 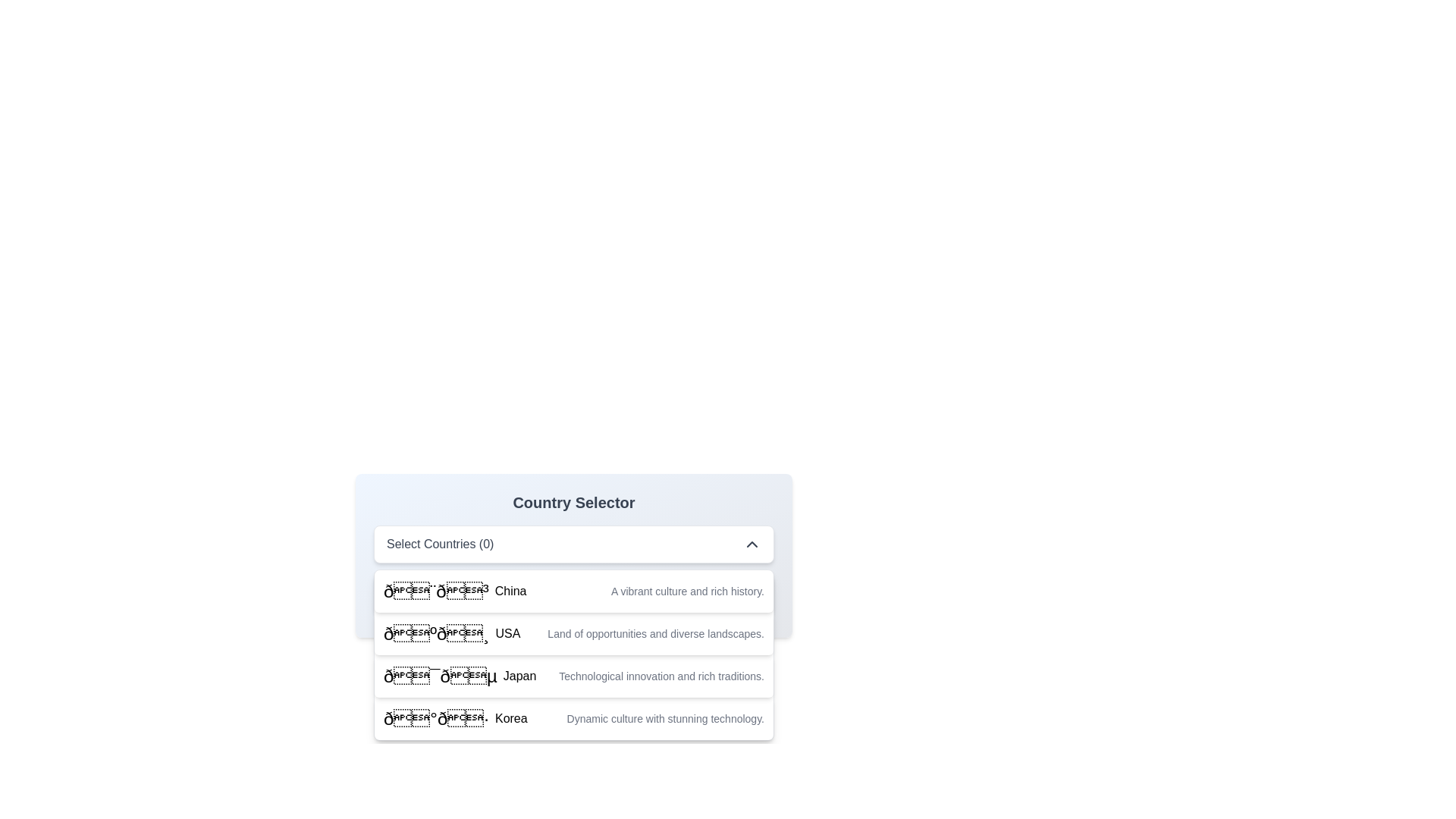 I want to click on the static text label for the United States in the country selection dropdown, so click(x=507, y=634).